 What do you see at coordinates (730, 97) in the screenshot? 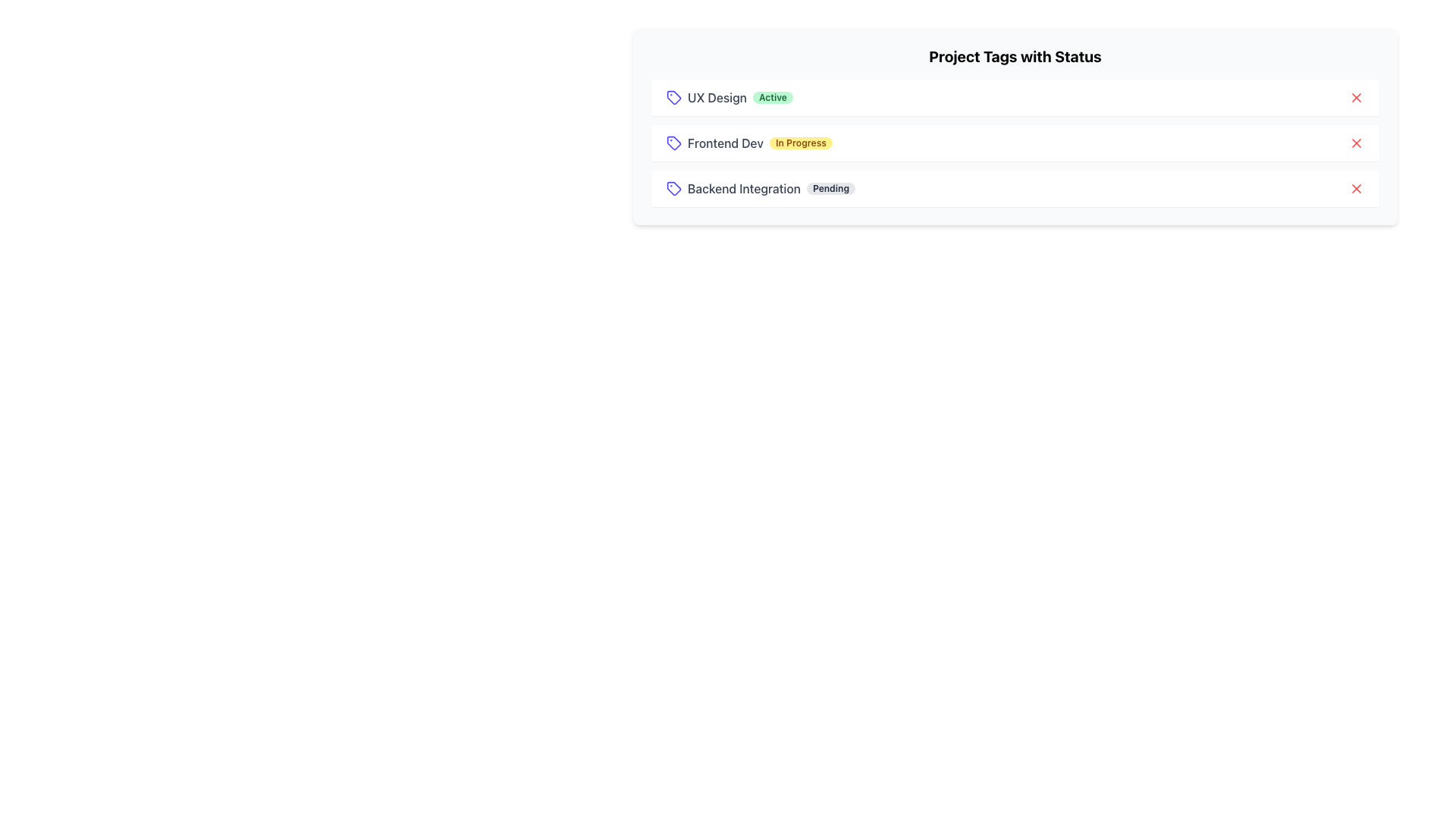
I see `the first data row displaying the tag 'UX Design' with status 'Active'` at bounding box center [730, 97].